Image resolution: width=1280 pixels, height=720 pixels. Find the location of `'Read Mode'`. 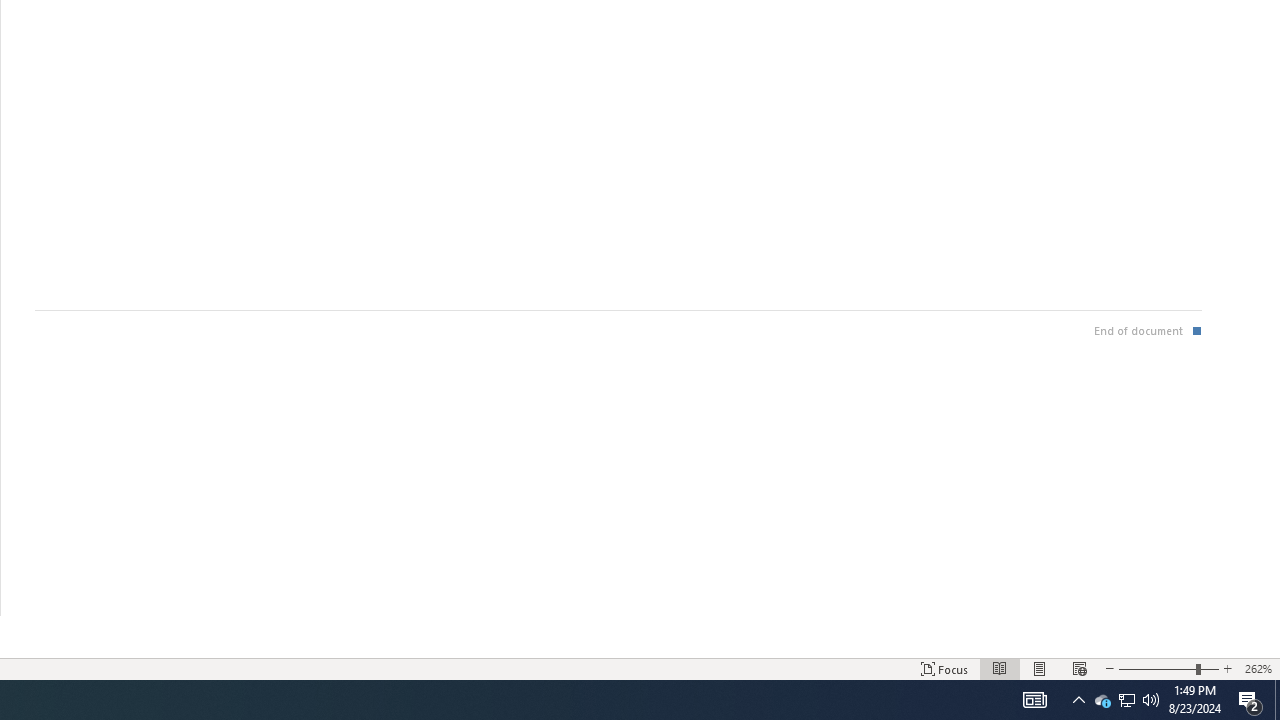

'Read Mode' is located at coordinates (1000, 669).